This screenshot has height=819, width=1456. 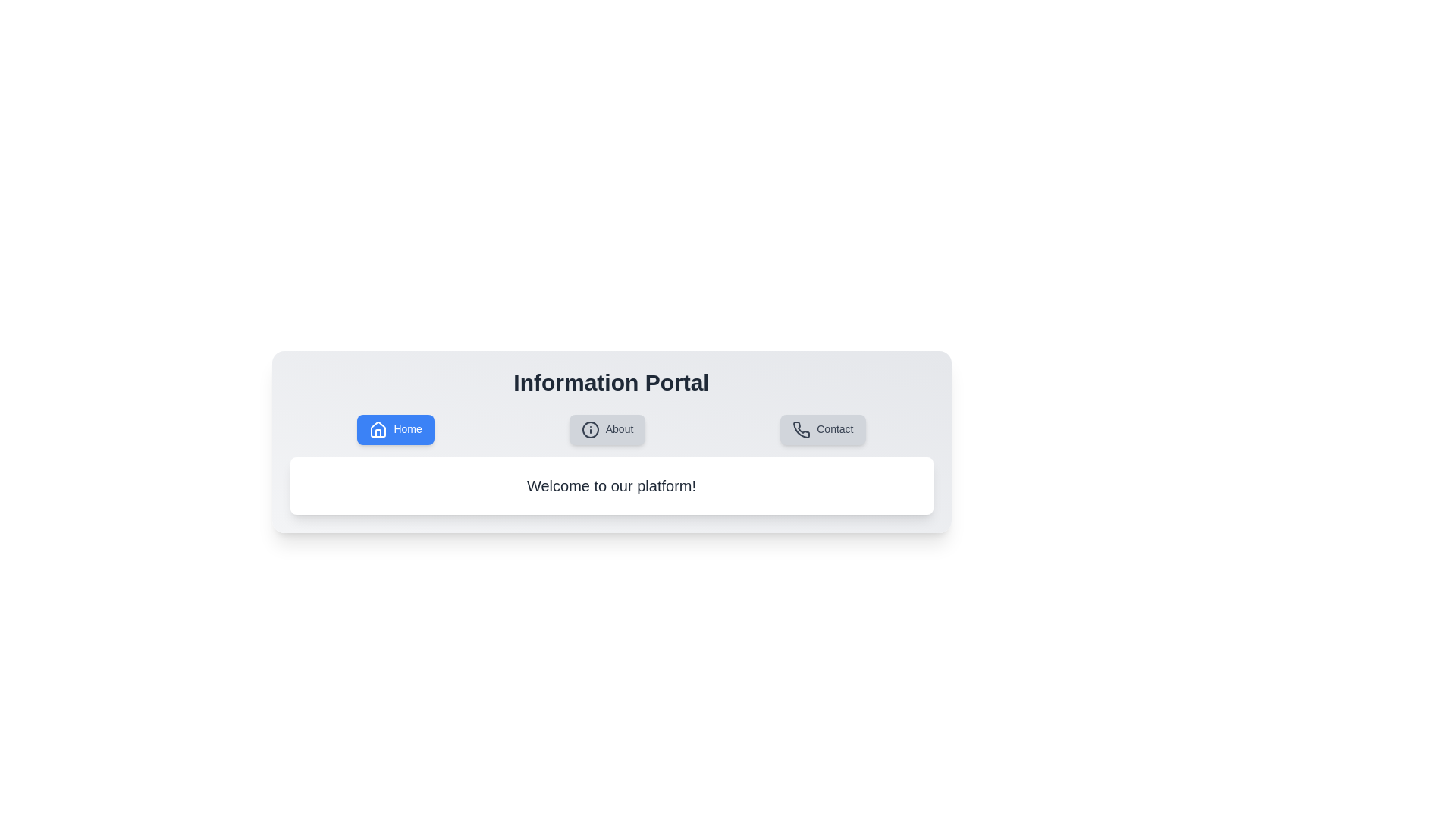 I want to click on the black telephone-shaped icon located within the 'Contact' button at the top of the interface, so click(x=801, y=430).